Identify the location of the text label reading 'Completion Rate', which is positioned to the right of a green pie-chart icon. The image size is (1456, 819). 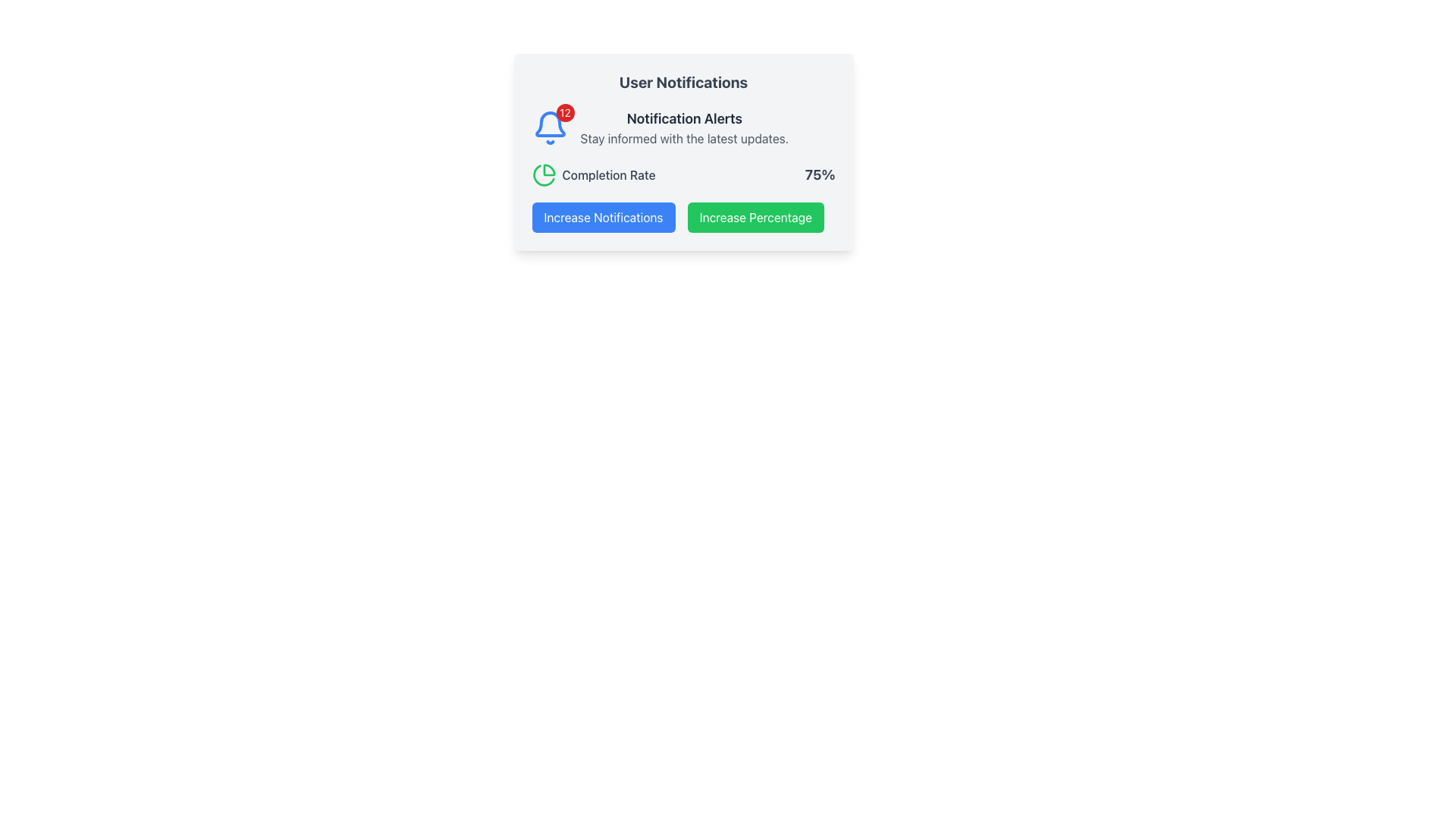
(608, 174).